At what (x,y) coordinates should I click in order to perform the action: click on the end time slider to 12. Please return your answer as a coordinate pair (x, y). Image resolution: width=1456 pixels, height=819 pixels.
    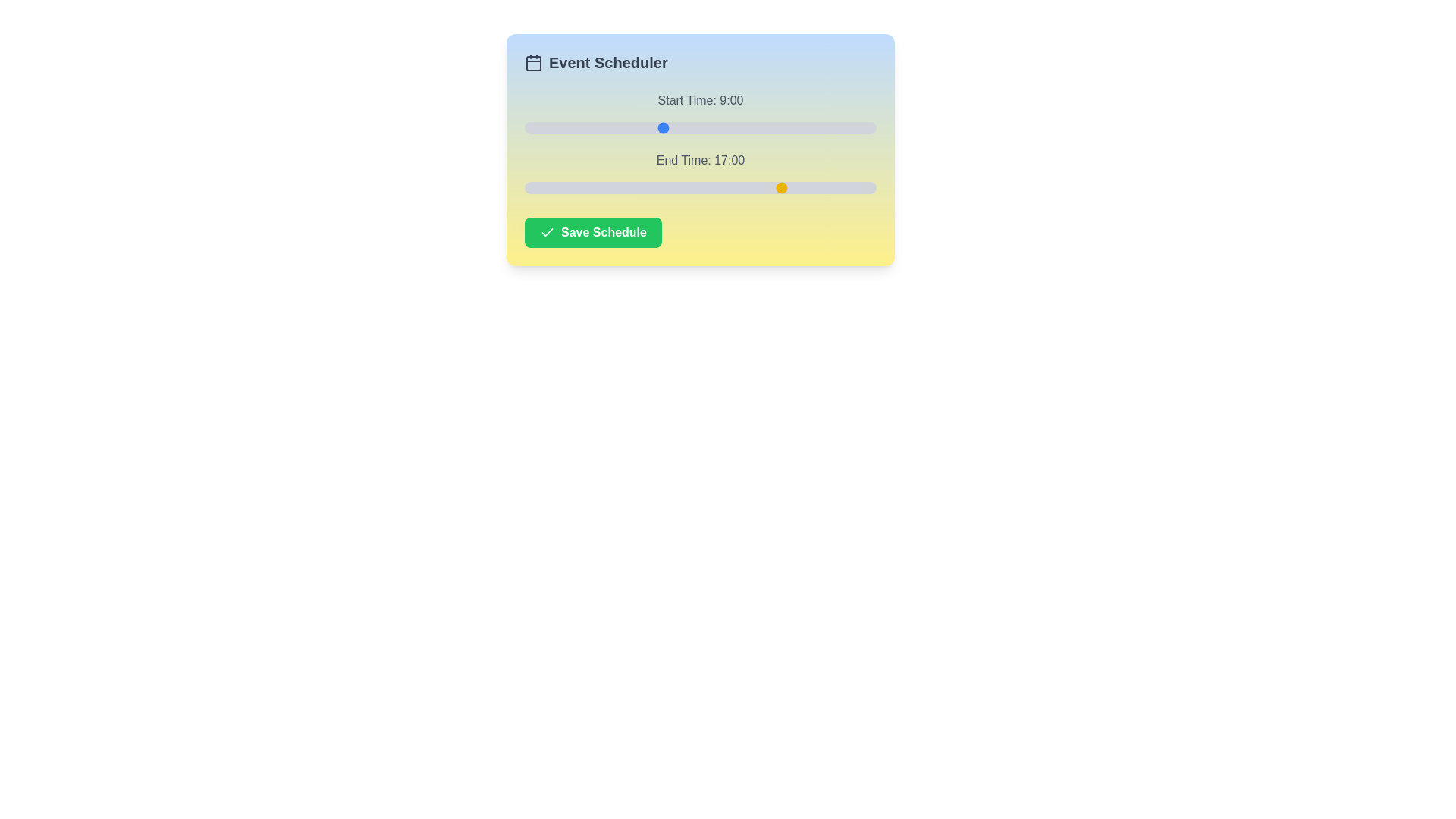
    Looking at the image, I should click on (708, 187).